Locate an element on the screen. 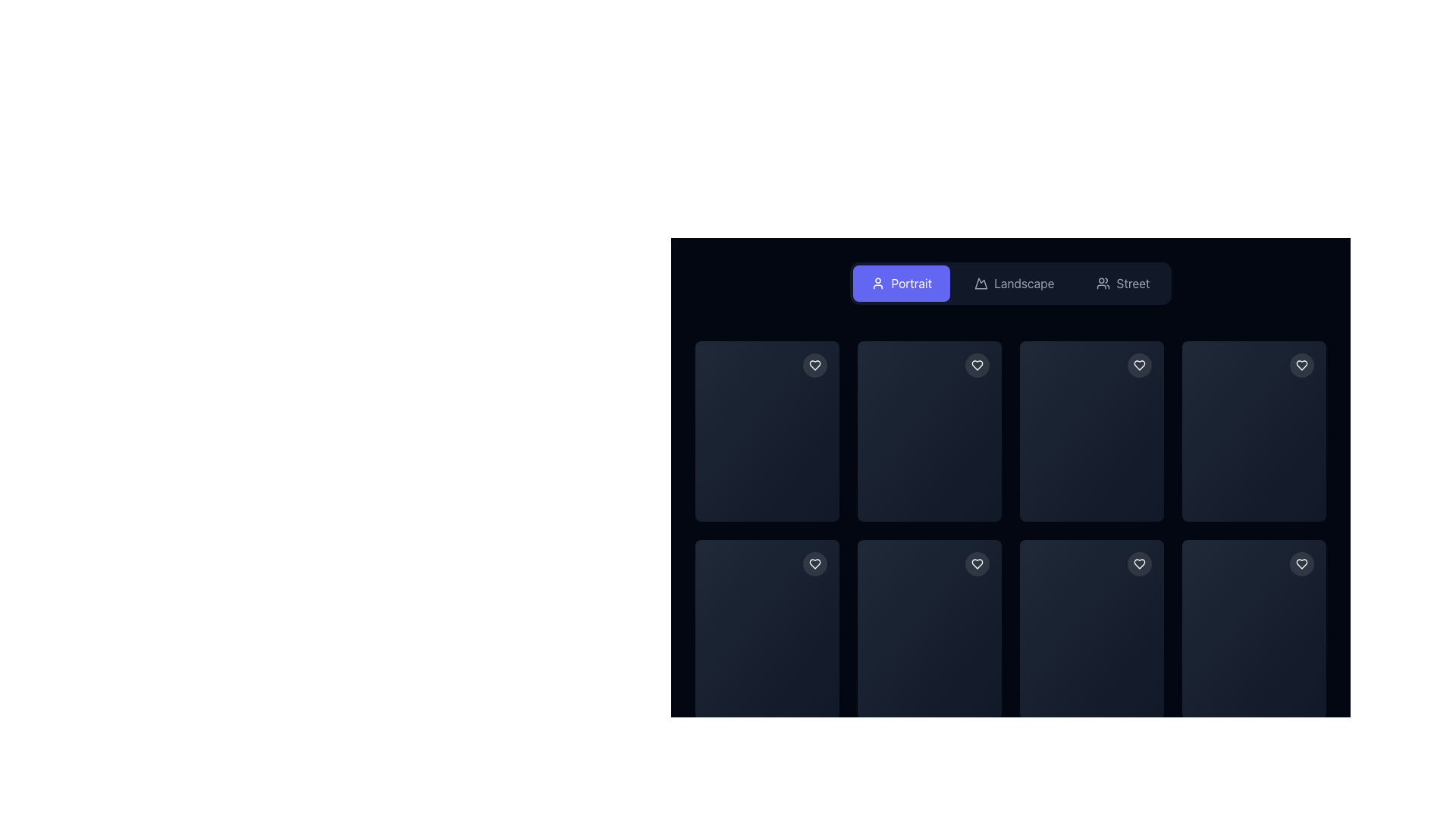 The height and width of the screenshot is (819, 1456). the heart-shaped icon button located in the top-left corner of the grid layout is located at coordinates (814, 366).